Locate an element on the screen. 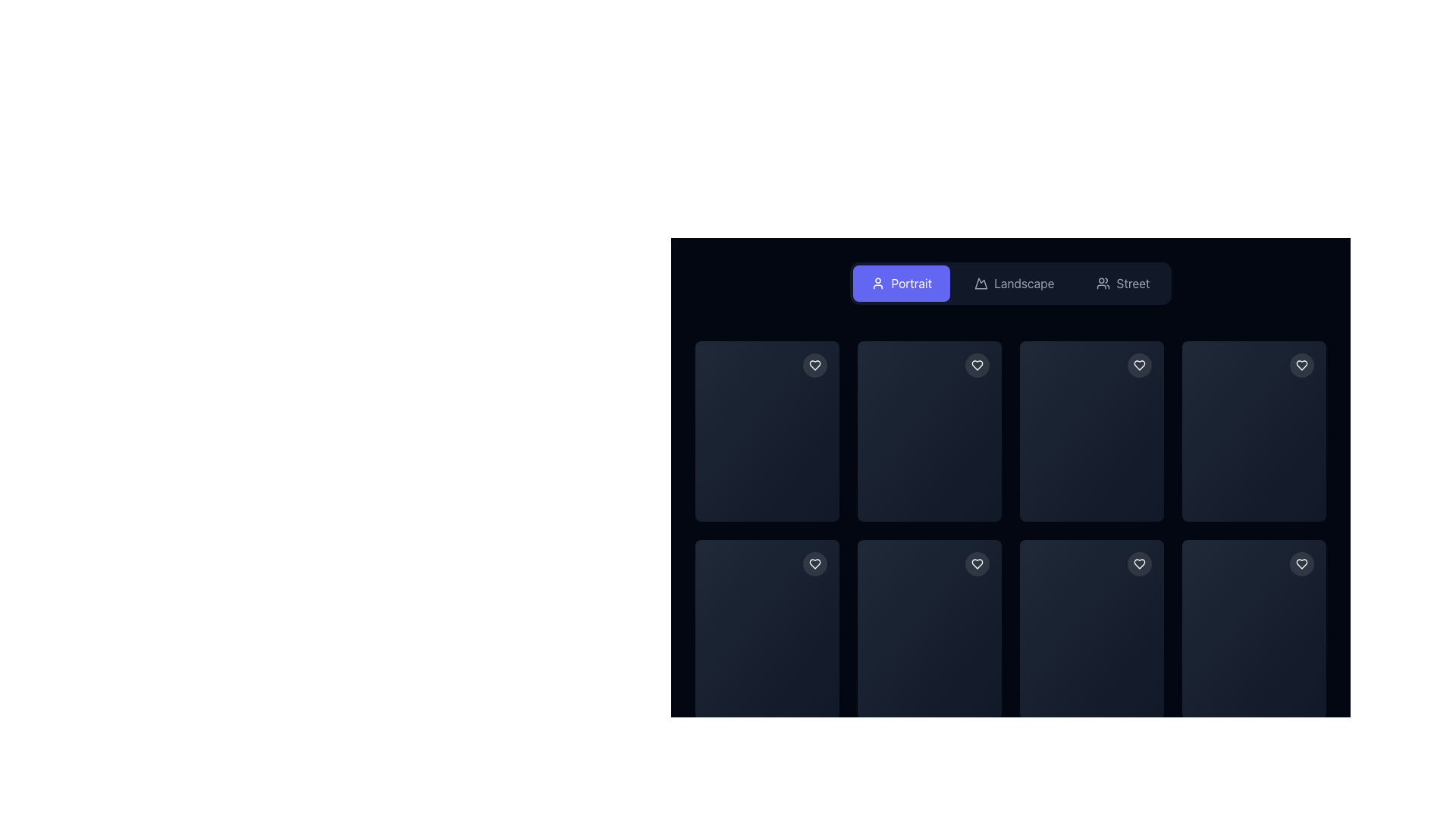 The height and width of the screenshot is (819, 1456). the heart-shaped icon button located in the top-left corner of the grid layout is located at coordinates (814, 366).